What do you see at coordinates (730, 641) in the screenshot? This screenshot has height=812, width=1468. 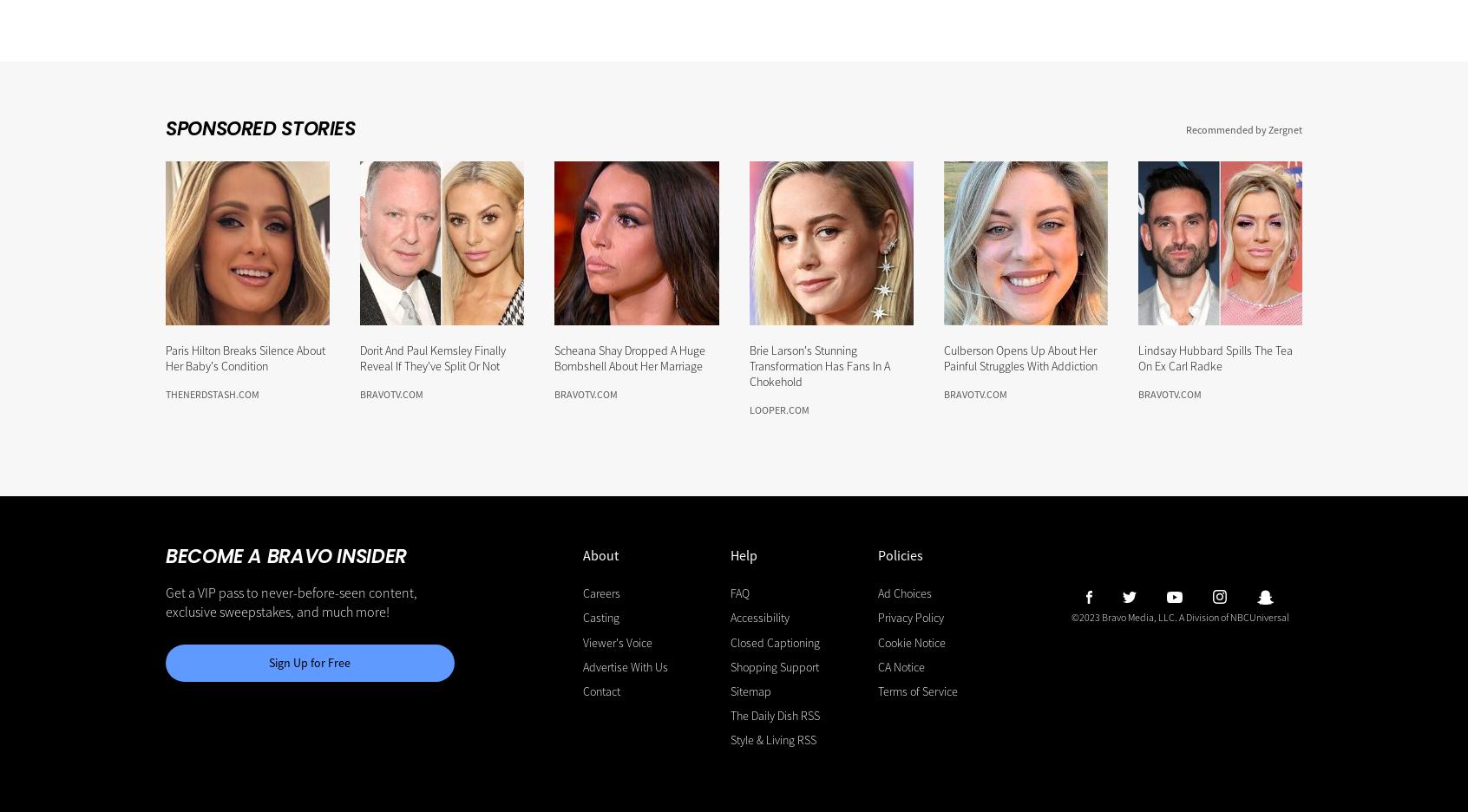 I see `'Closed Captioning'` at bounding box center [730, 641].